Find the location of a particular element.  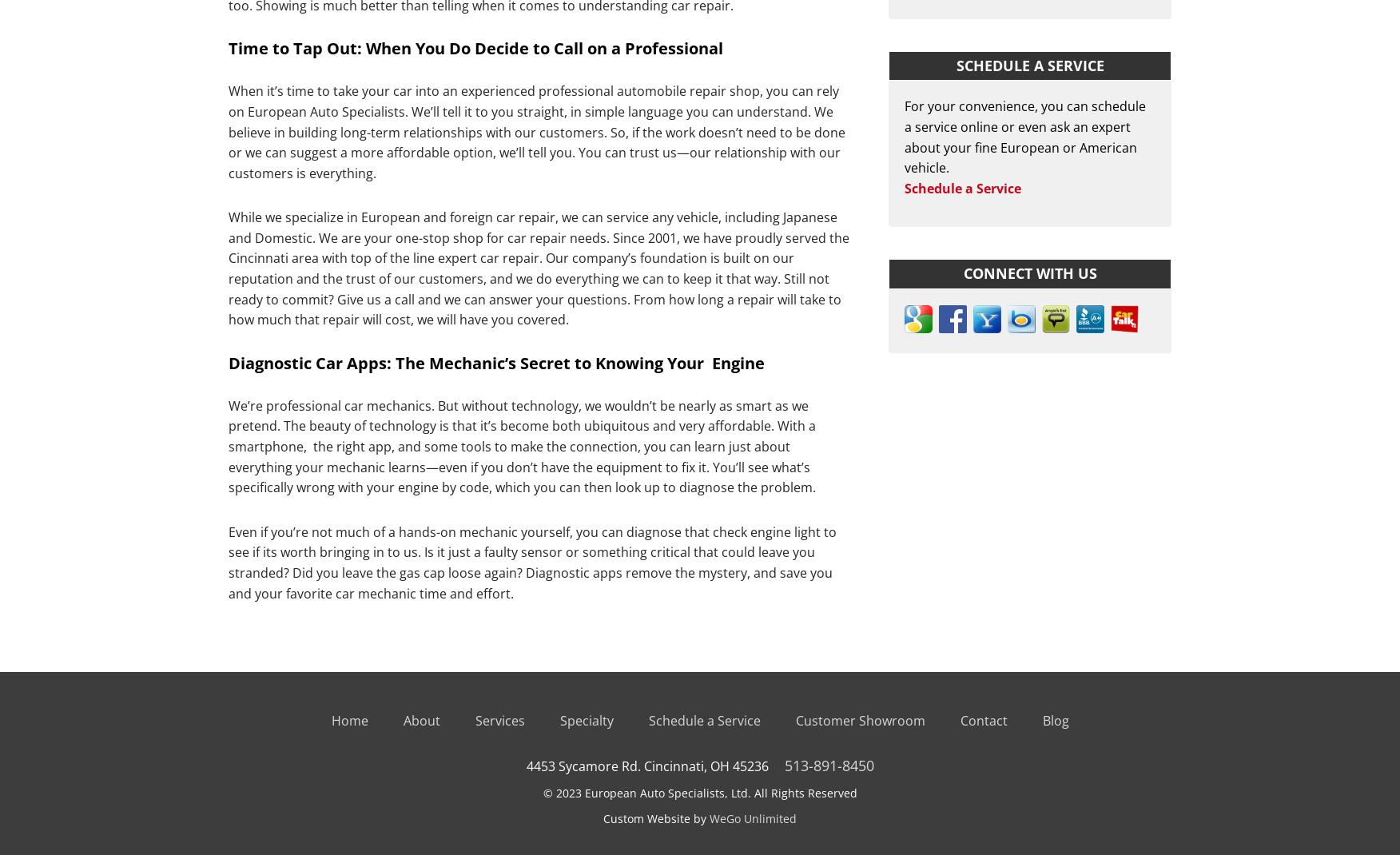

'© 2023 European Auto Specialists, Ltd. All Rights Reserved' is located at coordinates (698, 793).